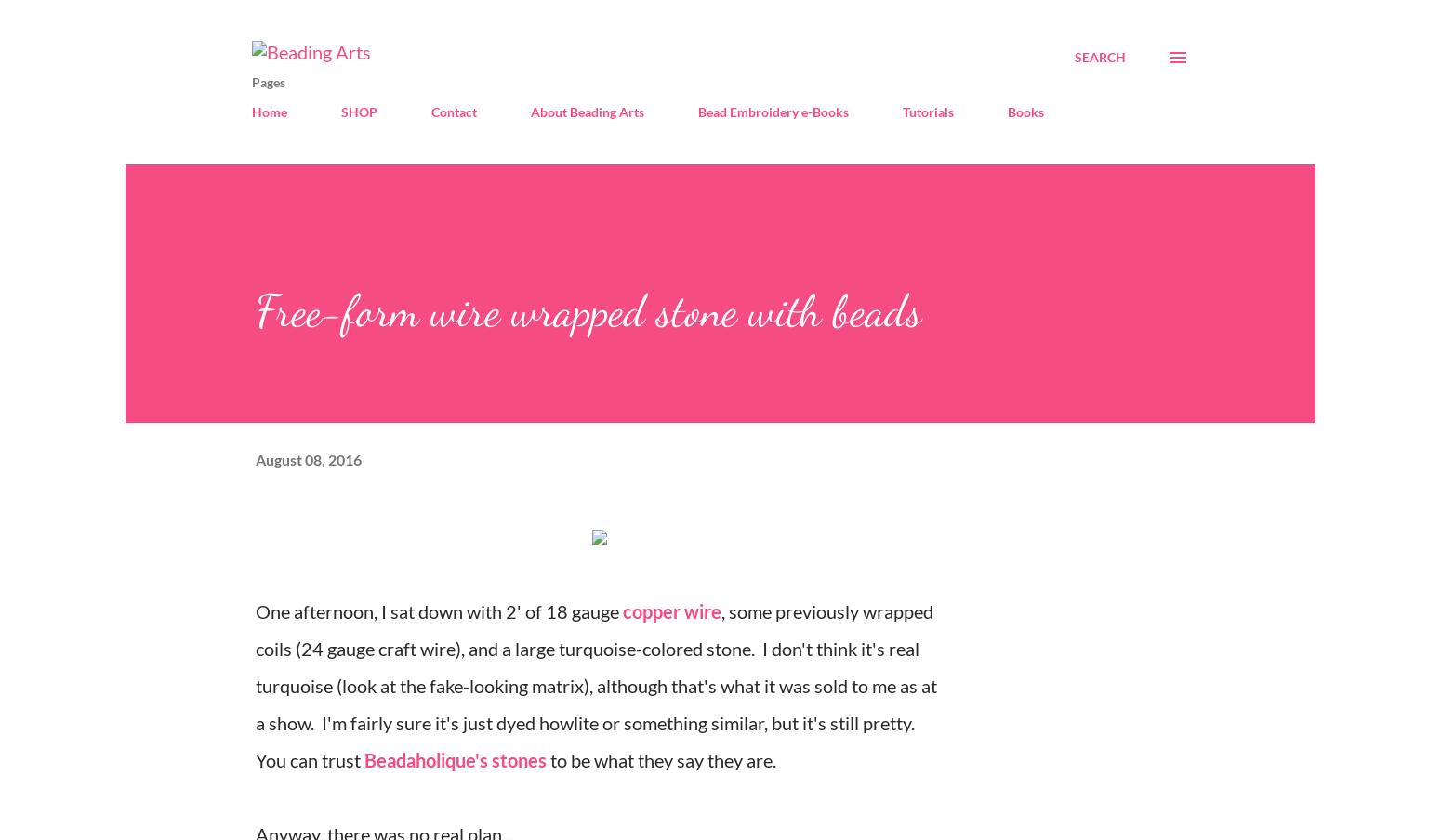  Describe the element at coordinates (1073, 57) in the screenshot. I see `'Search'` at that location.